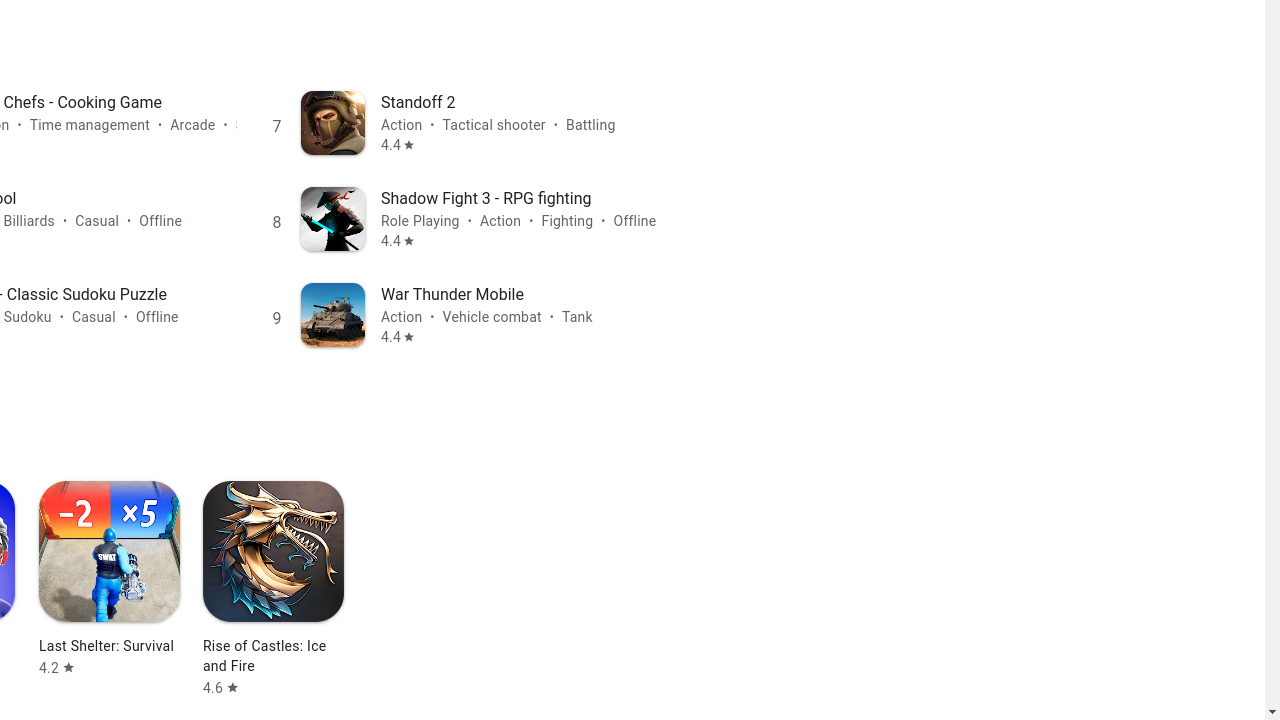 Image resolution: width=1280 pixels, height=720 pixels. Describe the element at coordinates (467, 122) in the screenshot. I see `'Rank 7 Standoff 2 Action • Tactical shooter • Battling Rated 4.4 stars out of five stars'` at that location.